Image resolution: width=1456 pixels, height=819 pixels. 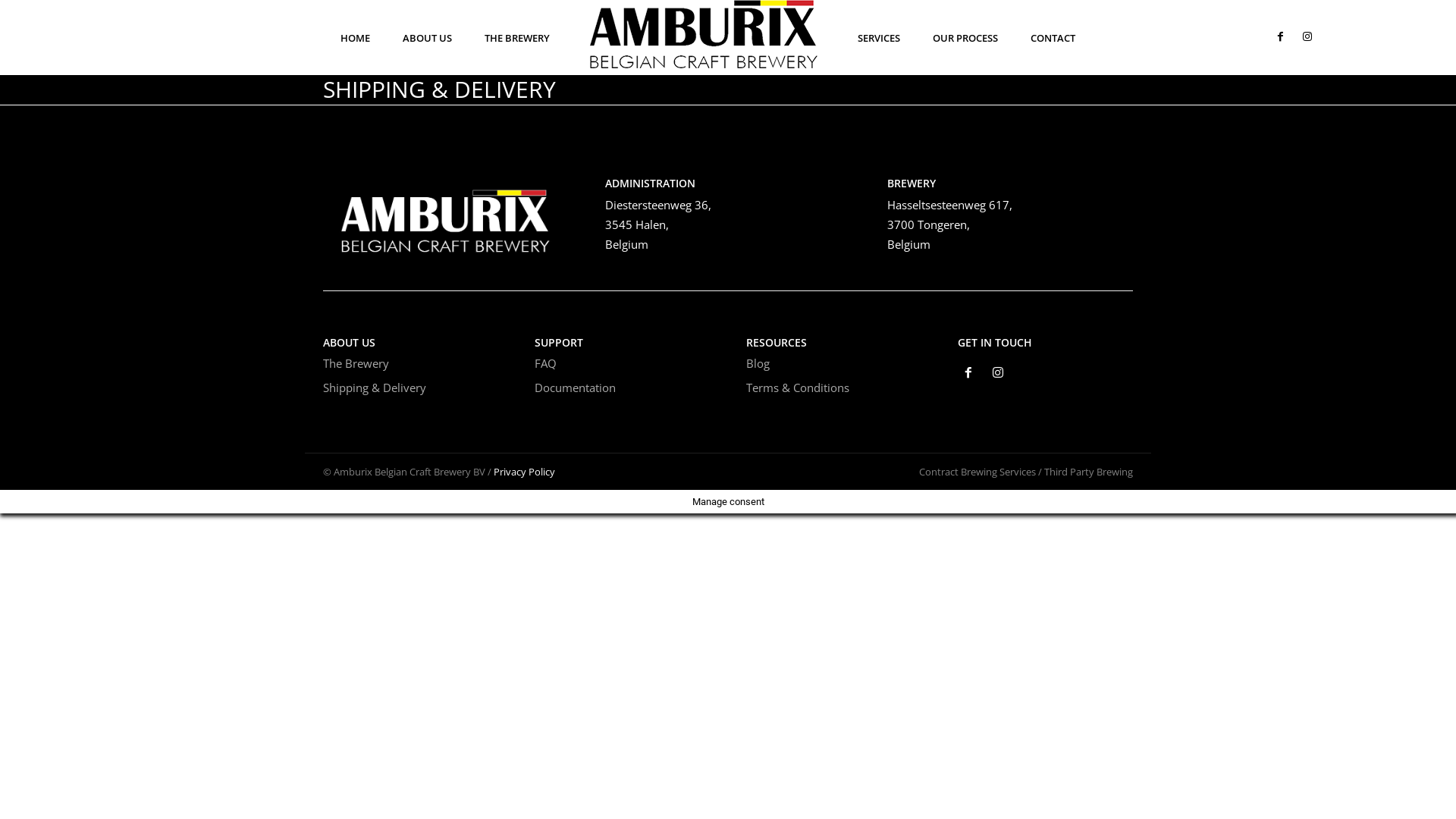 What do you see at coordinates (964, 37) in the screenshot?
I see `'OUR PROCESS'` at bounding box center [964, 37].